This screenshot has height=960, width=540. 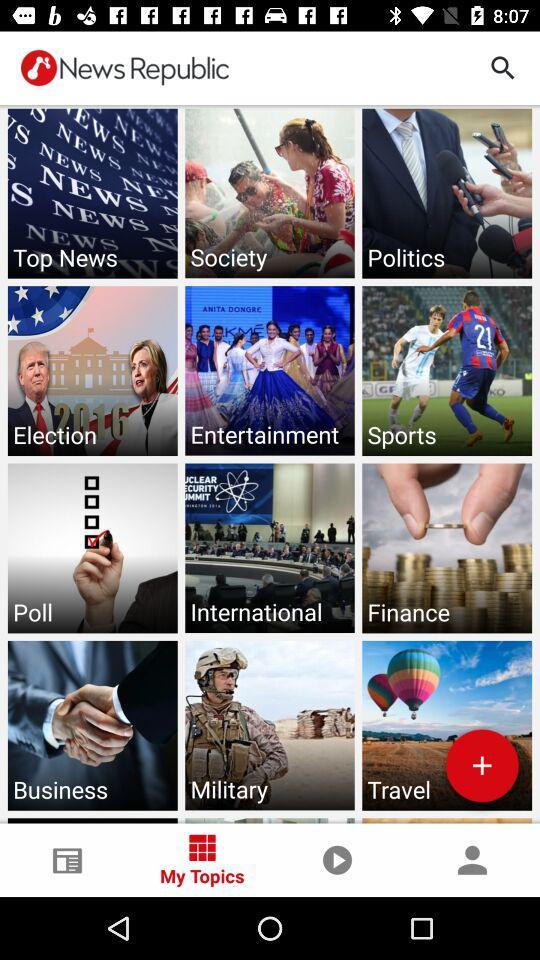 I want to click on the photo beside the add icon, so click(x=270, y=724).